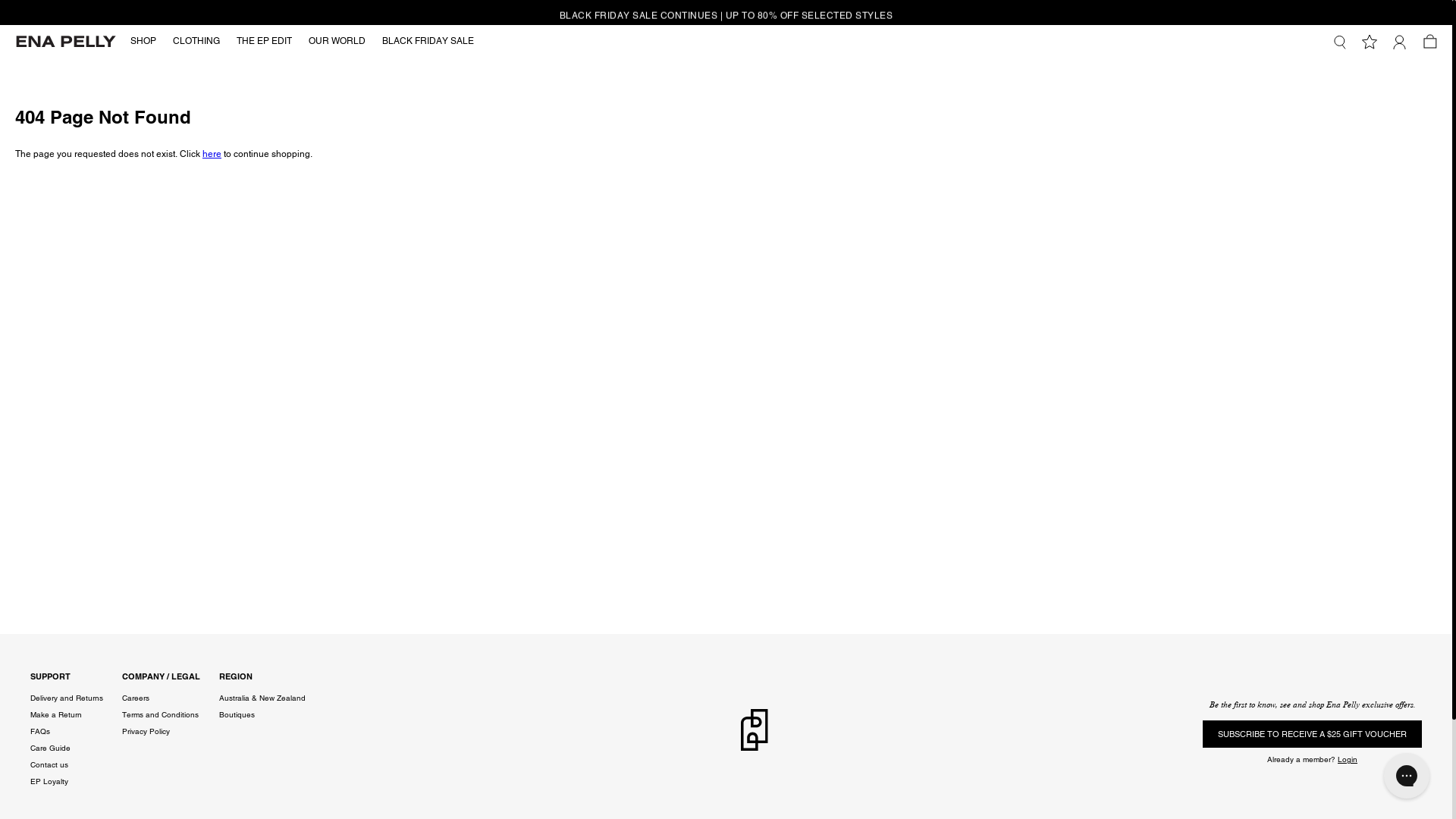  Describe the element at coordinates (1405, 775) in the screenshot. I see `'Gorgias live chat messenger'` at that location.